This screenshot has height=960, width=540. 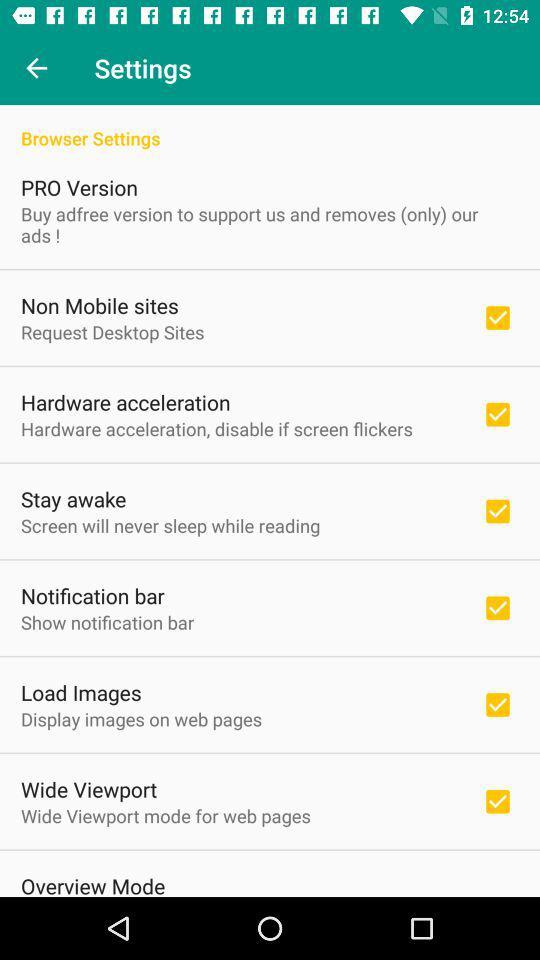 I want to click on screen will never icon, so click(x=170, y=524).